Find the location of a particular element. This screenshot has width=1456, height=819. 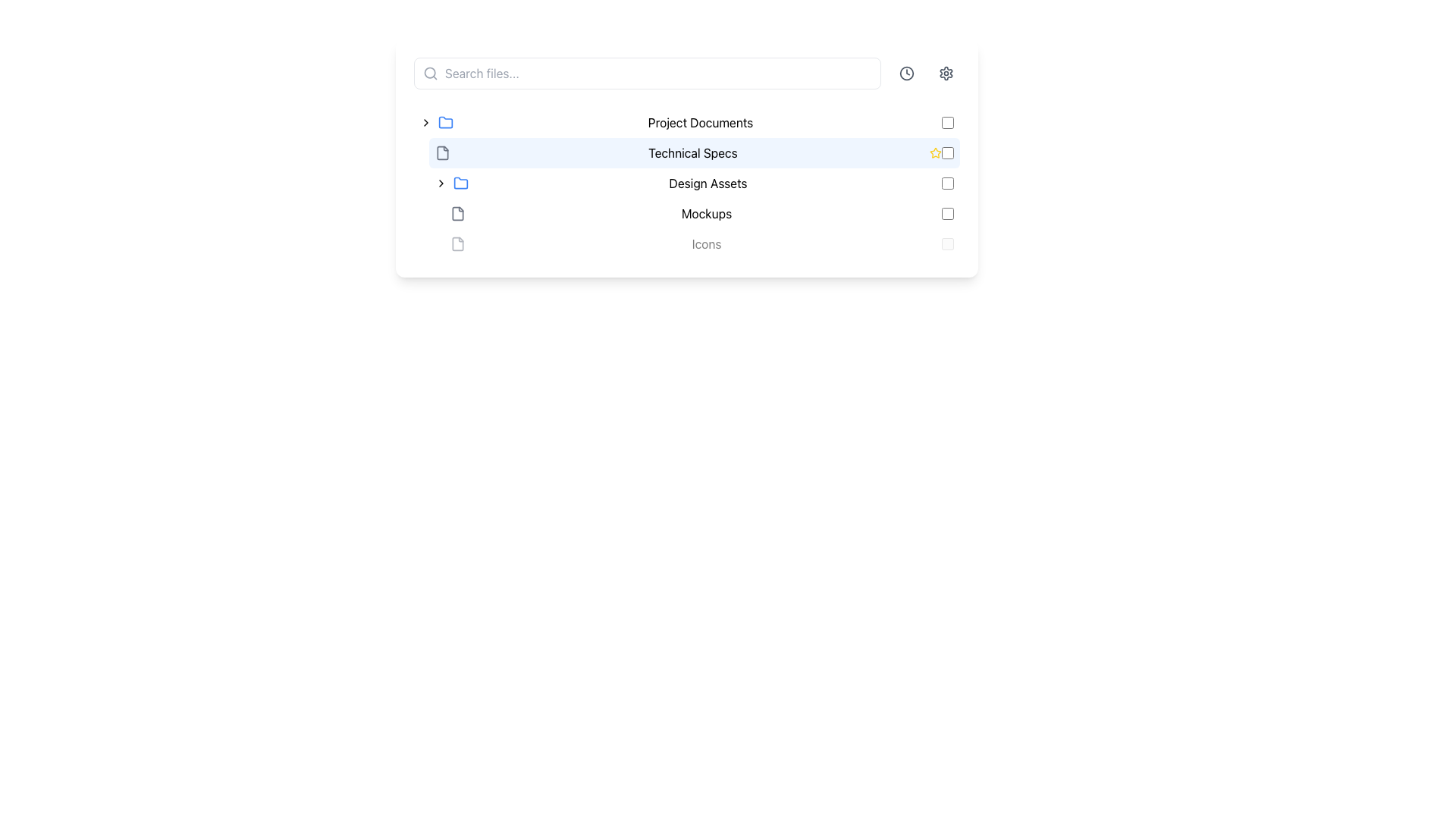

the Icon representing the document or file associated with the 'Technical Specs' label to trigger hover effects is located at coordinates (457, 213).